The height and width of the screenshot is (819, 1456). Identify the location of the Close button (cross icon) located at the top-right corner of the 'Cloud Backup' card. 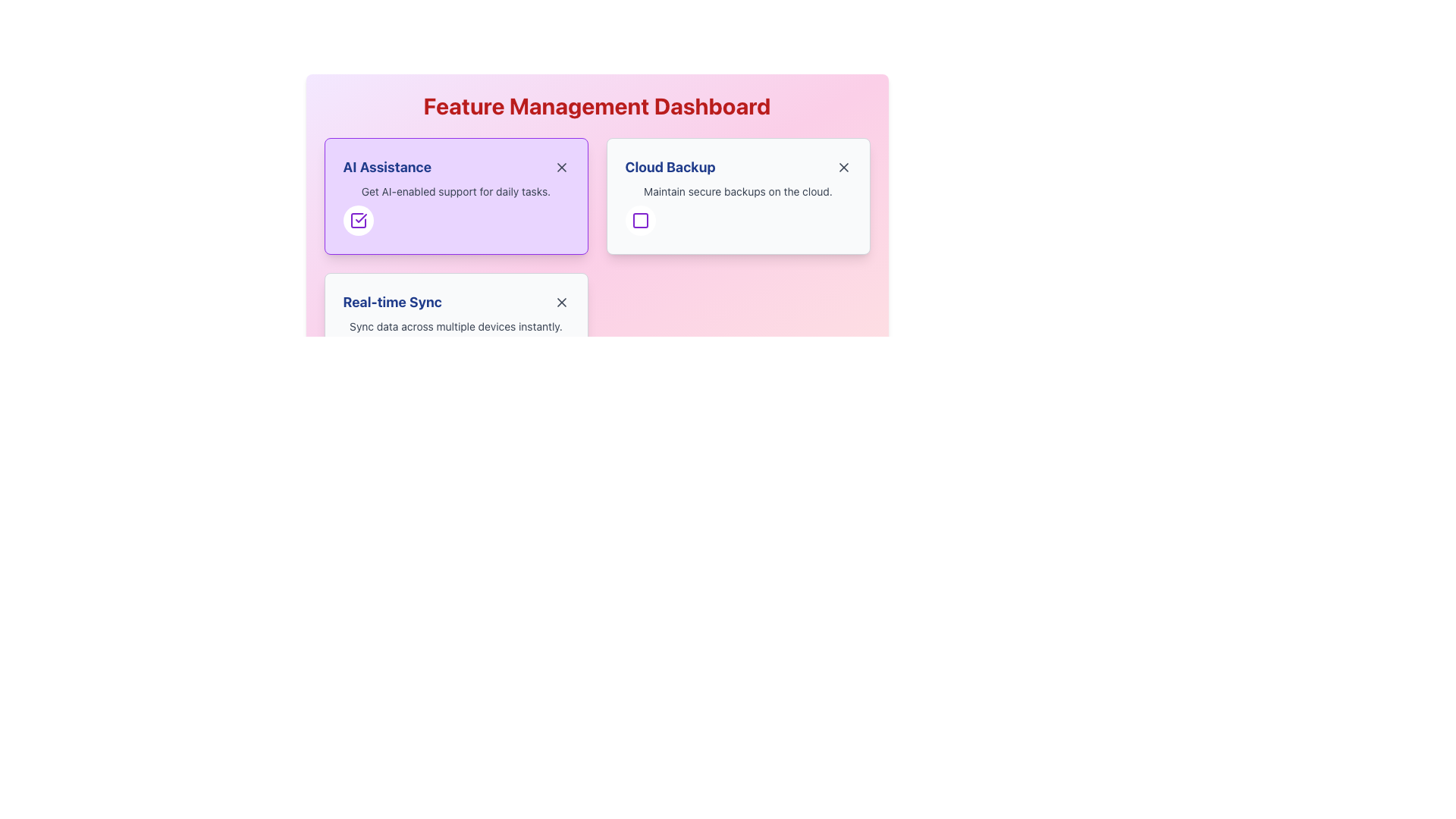
(843, 167).